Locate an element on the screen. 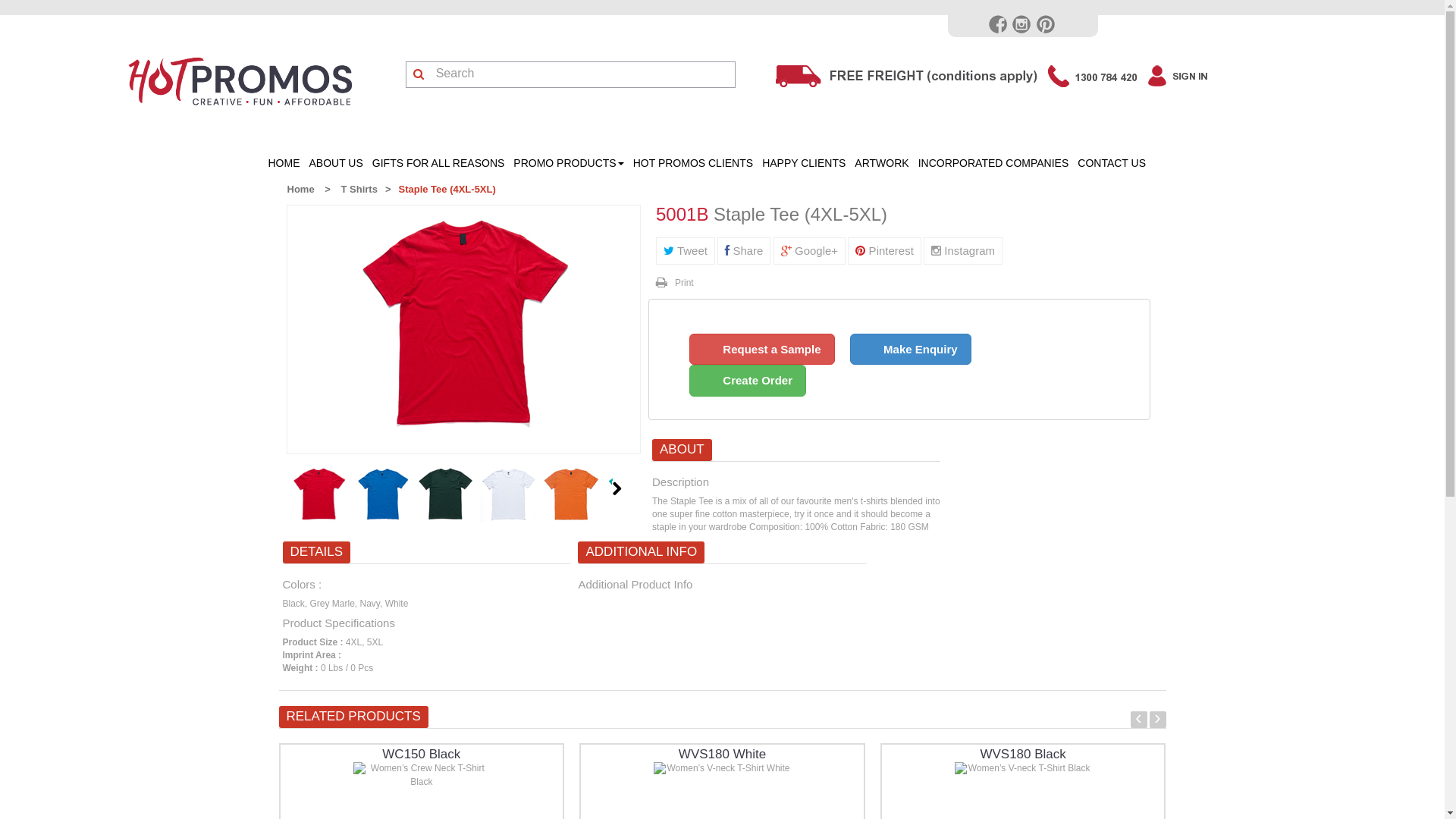 This screenshot has width=1456, height=819. '  Make Enquiry' is located at coordinates (850, 350).